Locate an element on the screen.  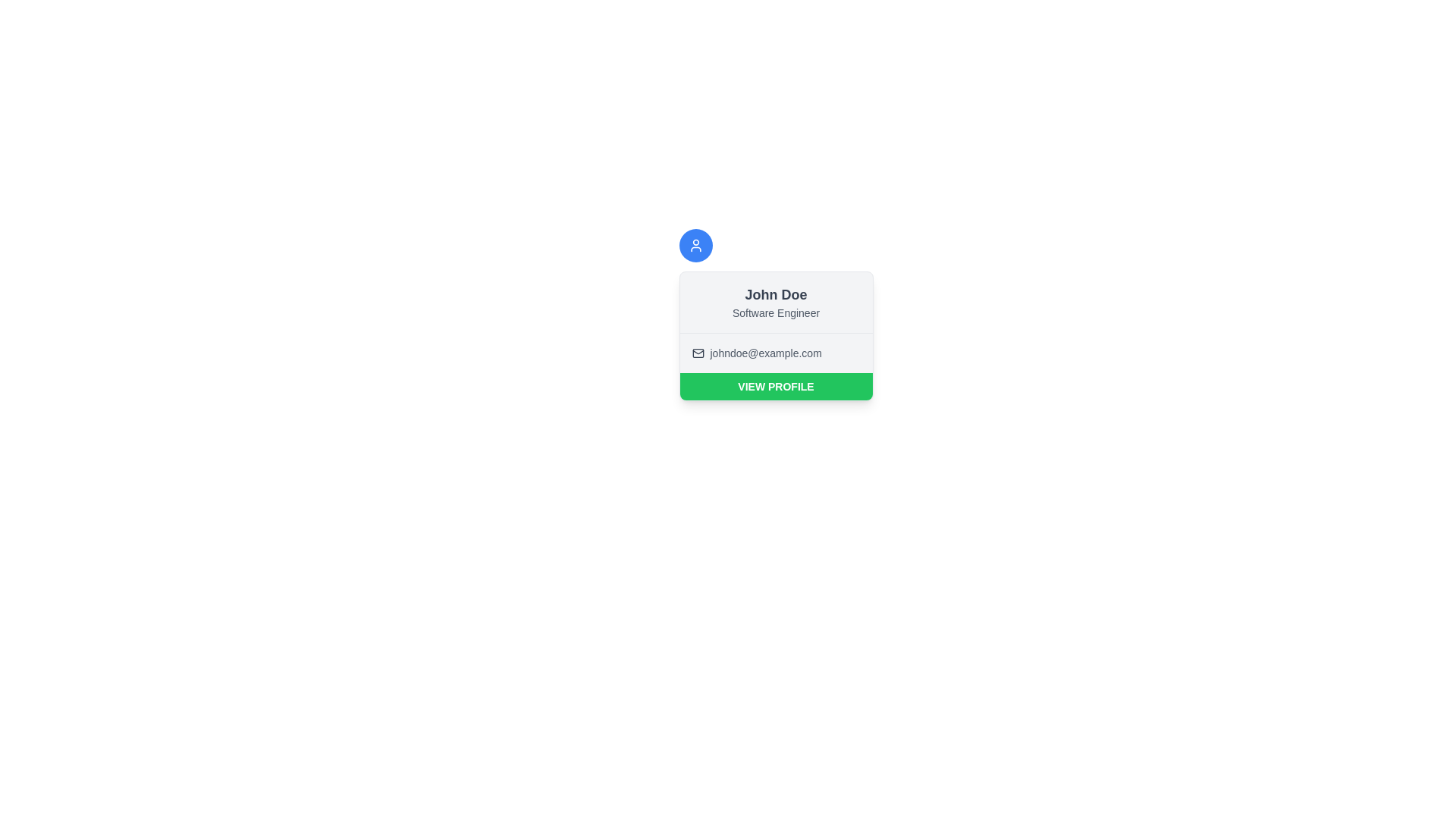
the email icon located to the left of the text 'johndoe@example.com' in the lower section of the user information card is located at coordinates (697, 353).